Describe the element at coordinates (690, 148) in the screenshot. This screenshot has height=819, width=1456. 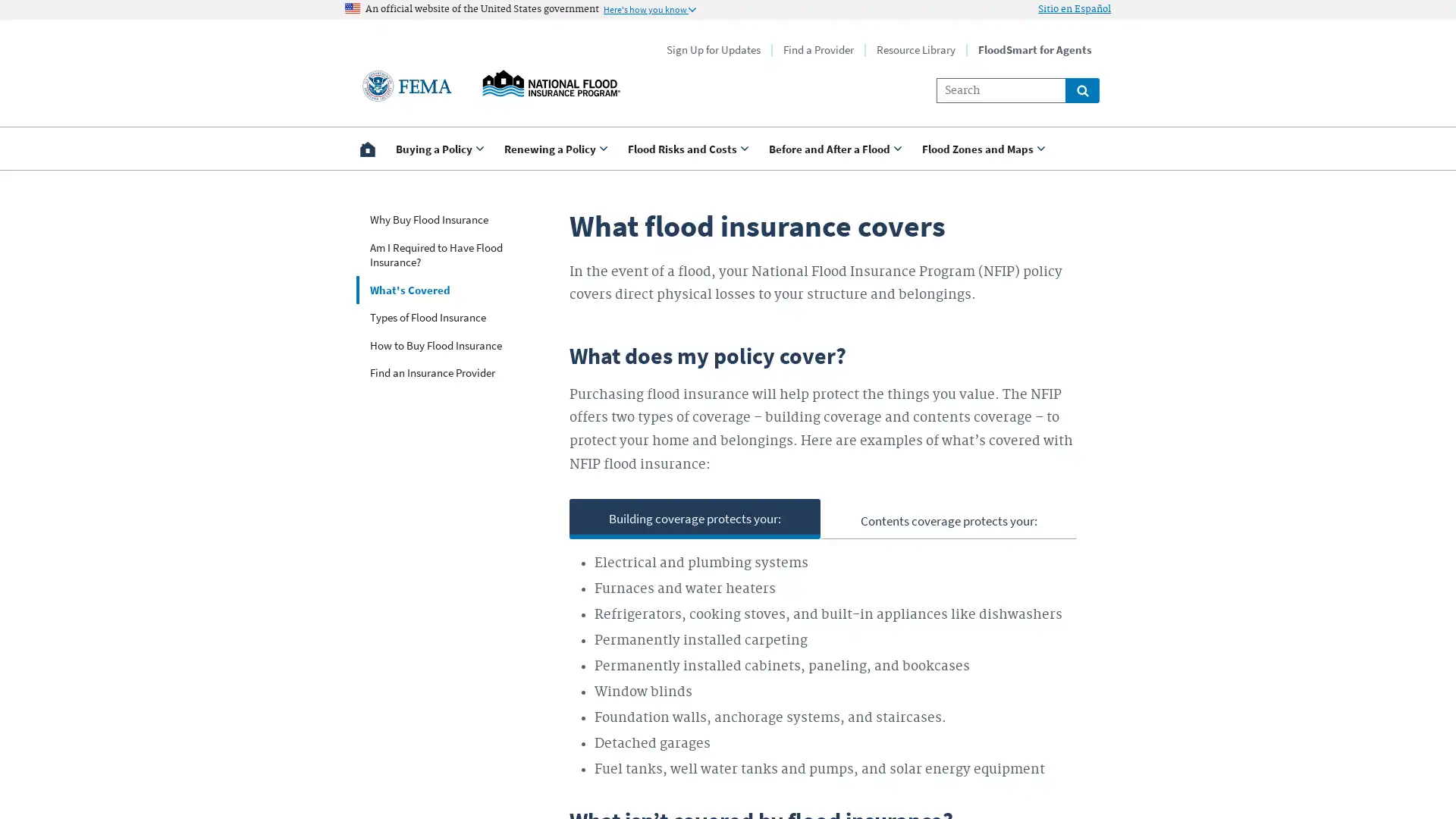
I see `Use <enter> and shift + <enter> to open and close the drop down to sub-menus` at that location.